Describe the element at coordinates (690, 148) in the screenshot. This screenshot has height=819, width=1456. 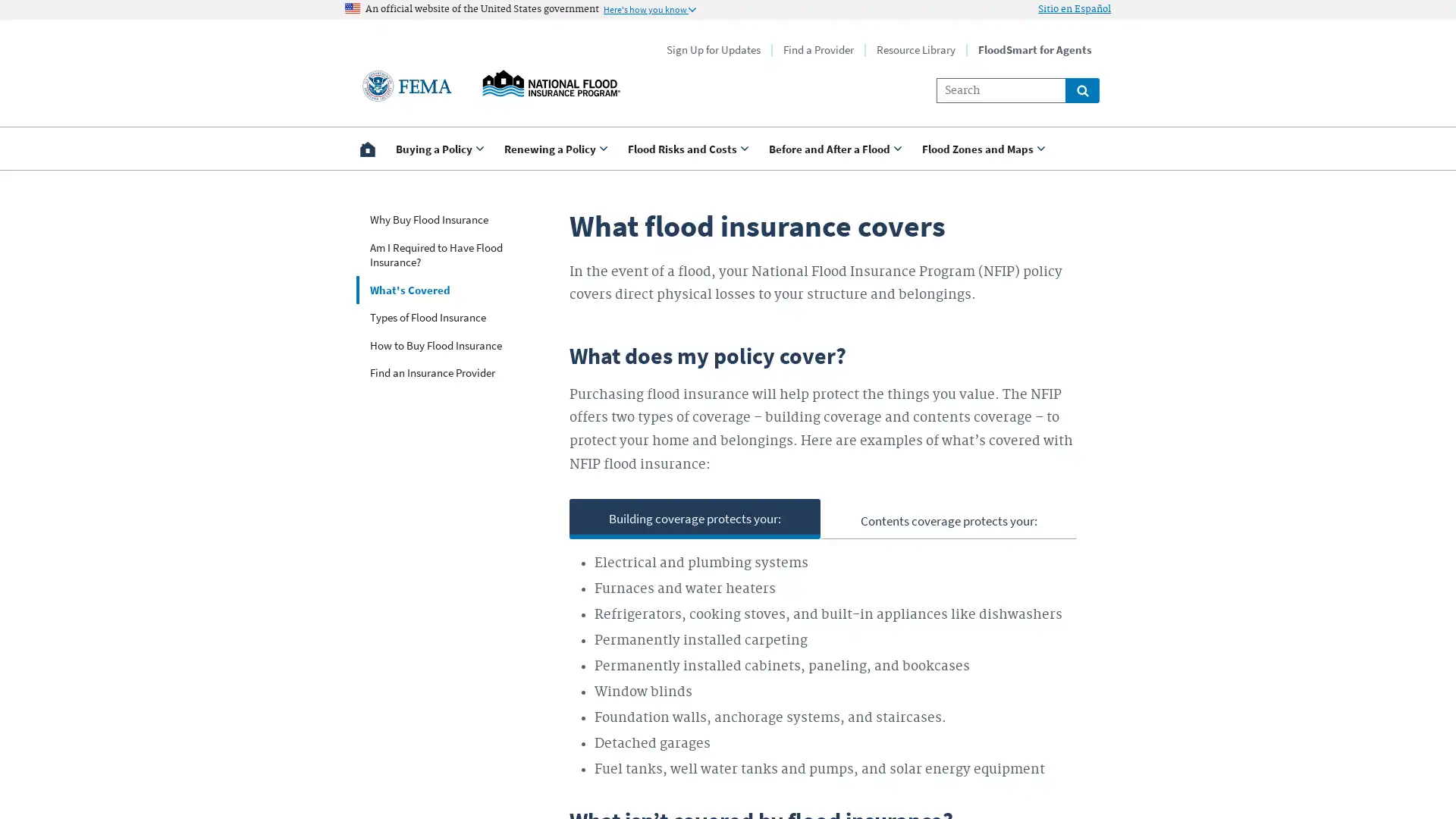
I see `Use <enter> and shift + <enter> to open and close the drop down to sub-menus` at that location.